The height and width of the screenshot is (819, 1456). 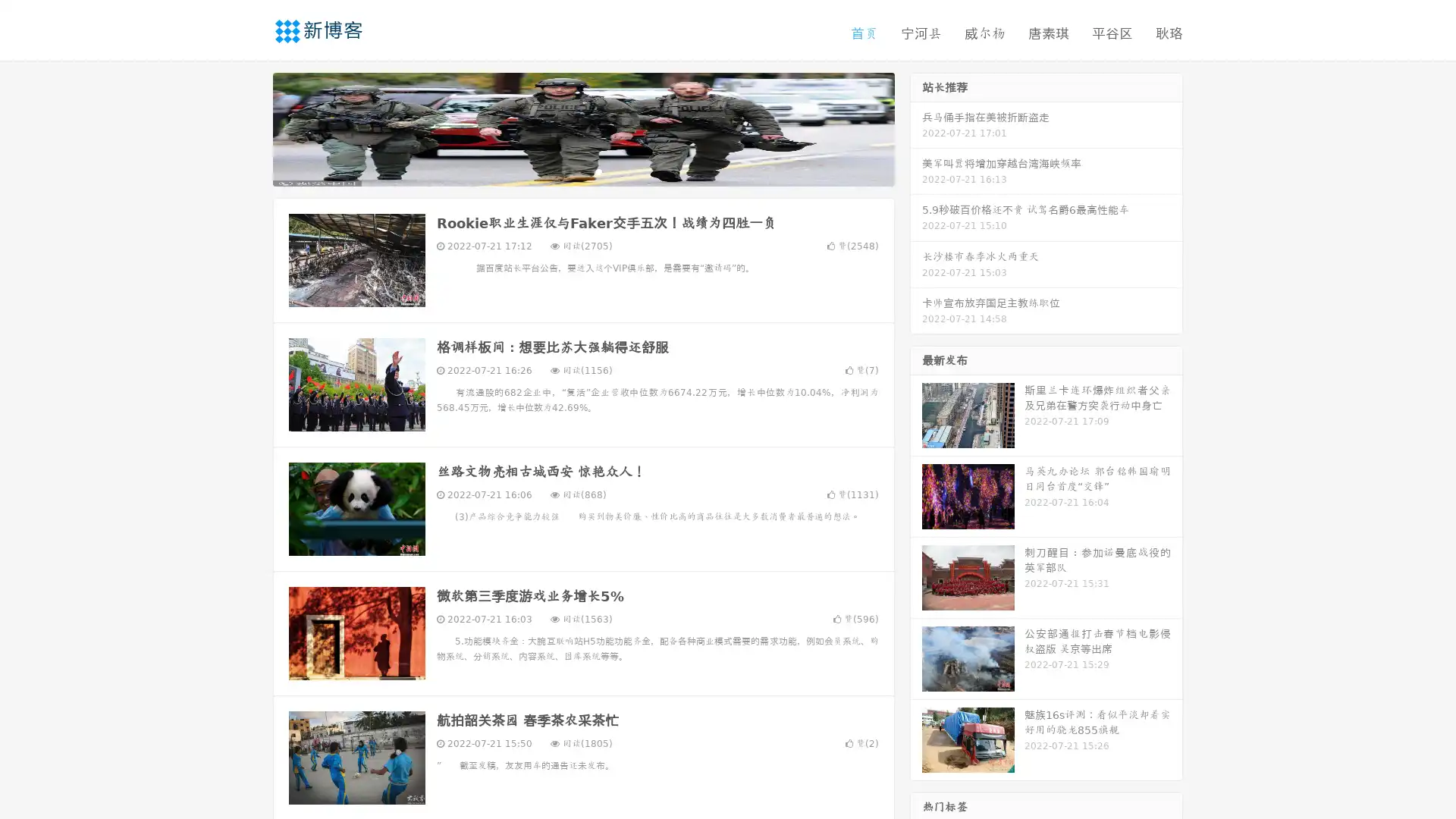 I want to click on Go to slide 3, so click(x=598, y=171).